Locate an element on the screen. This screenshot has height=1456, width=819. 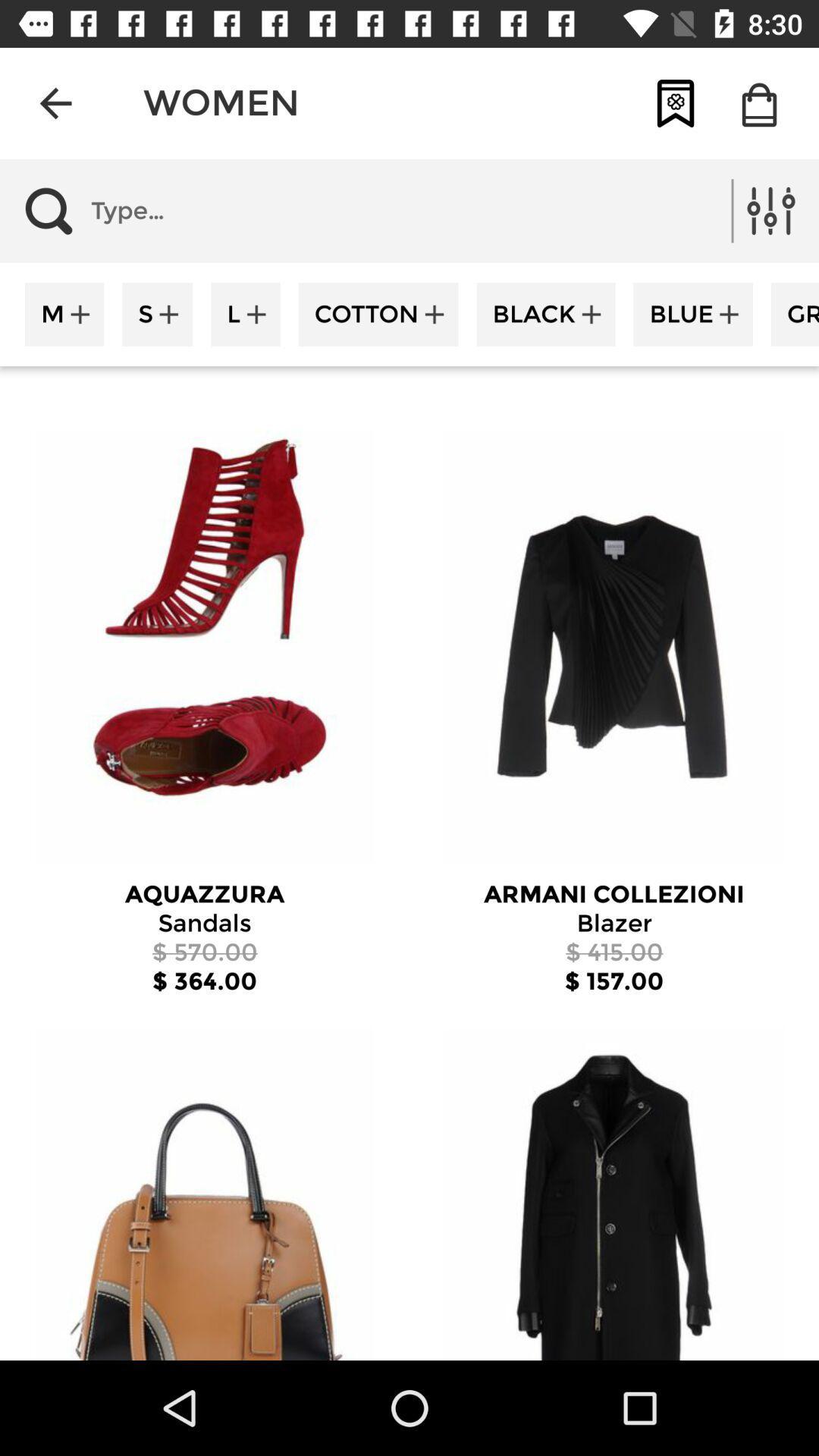
cotton icon is located at coordinates (378, 313).